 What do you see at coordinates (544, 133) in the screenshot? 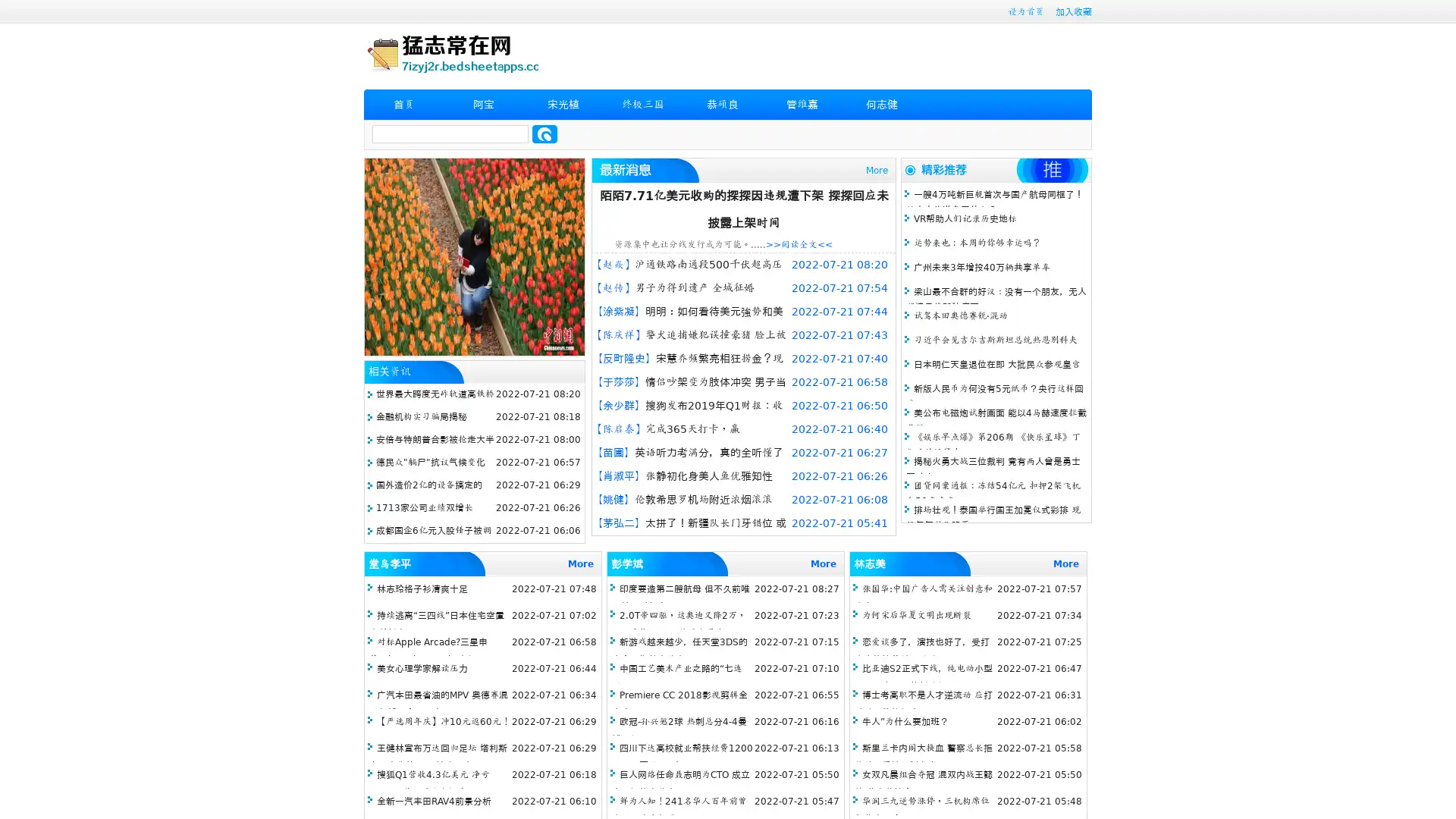
I see `Search` at bounding box center [544, 133].